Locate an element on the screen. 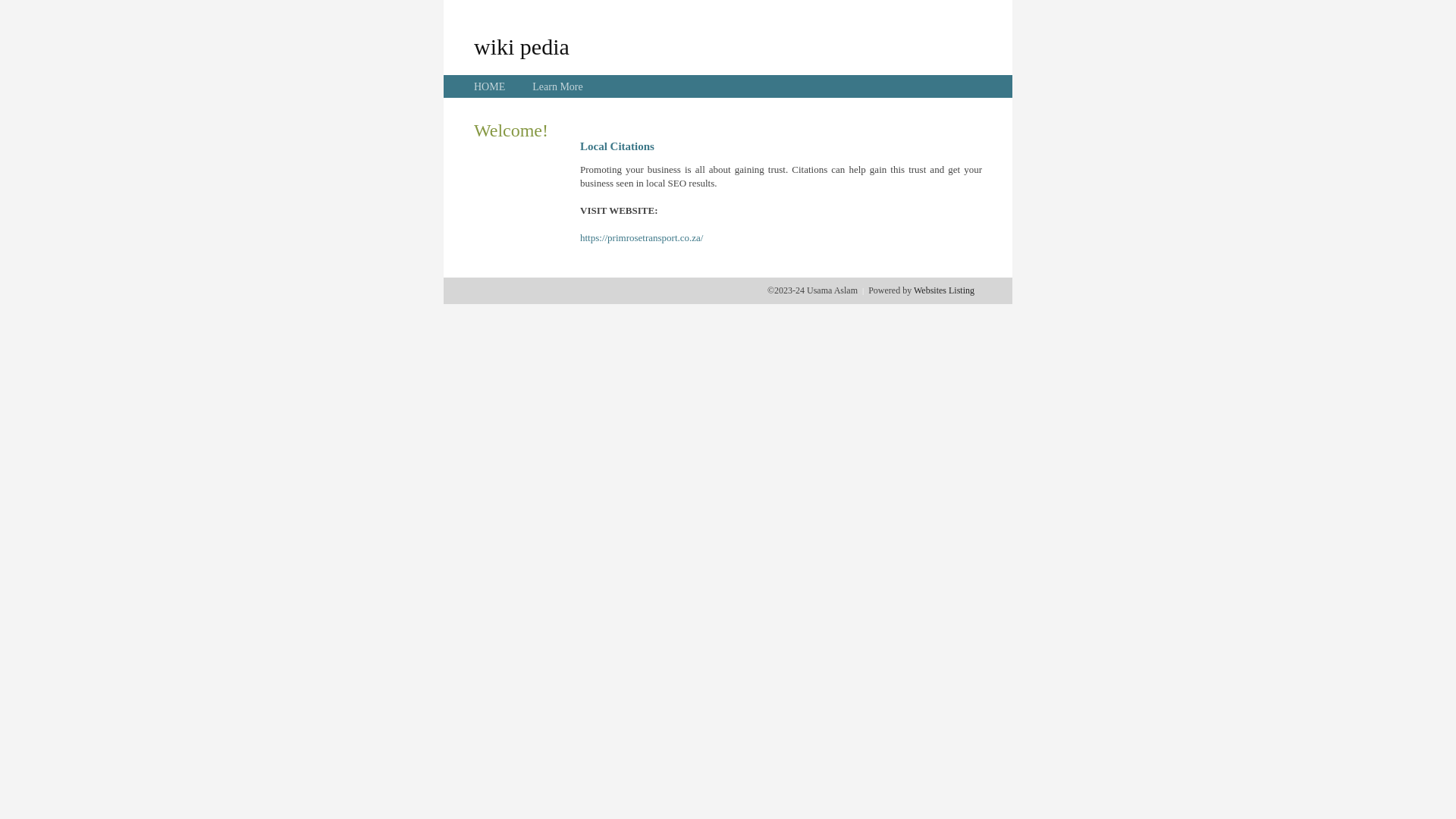 The image size is (1456, 819). 'Learn More' is located at coordinates (556, 86).